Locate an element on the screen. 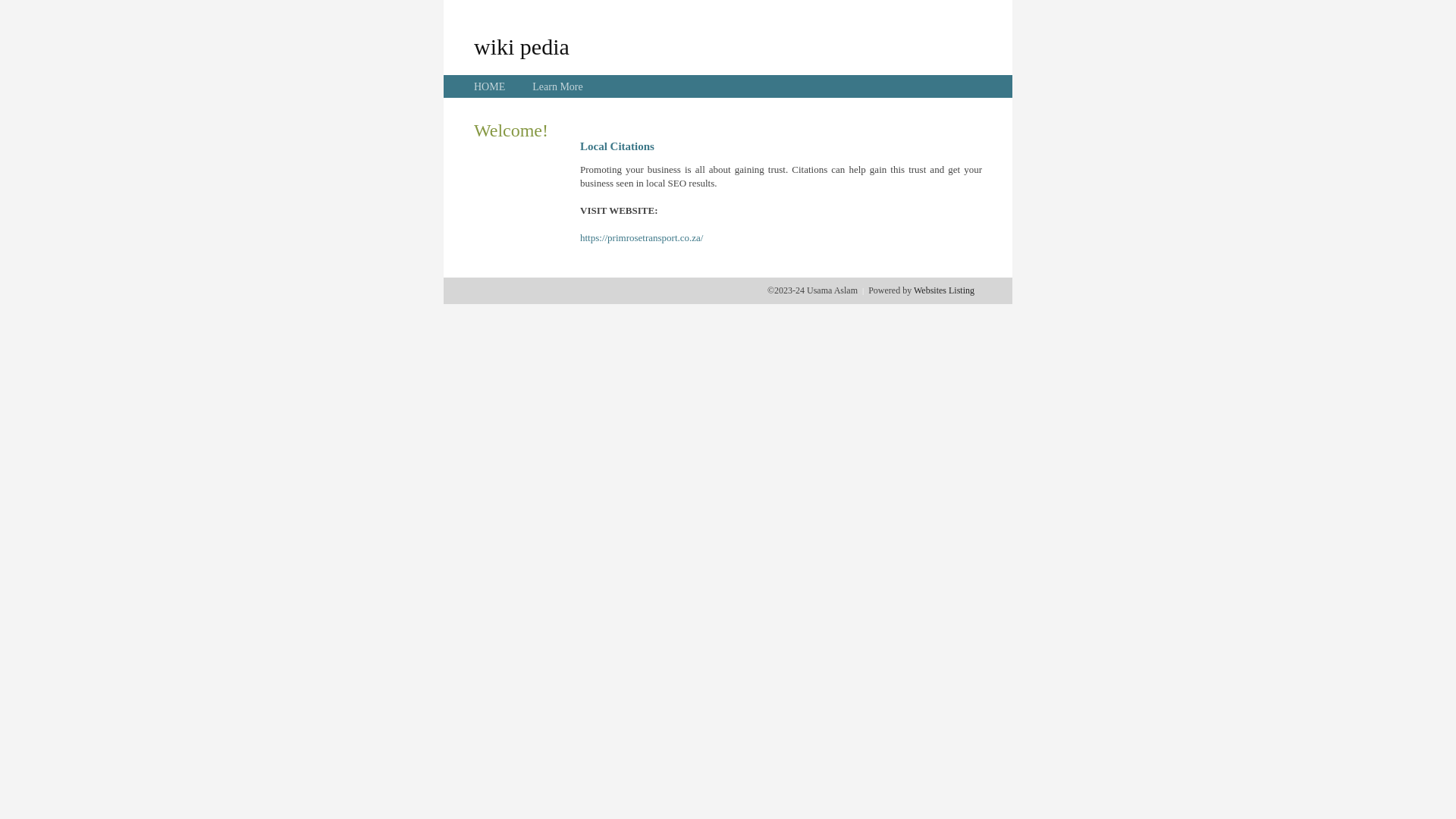 The image size is (1456, 819). 'Learn More' is located at coordinates (556, 86).